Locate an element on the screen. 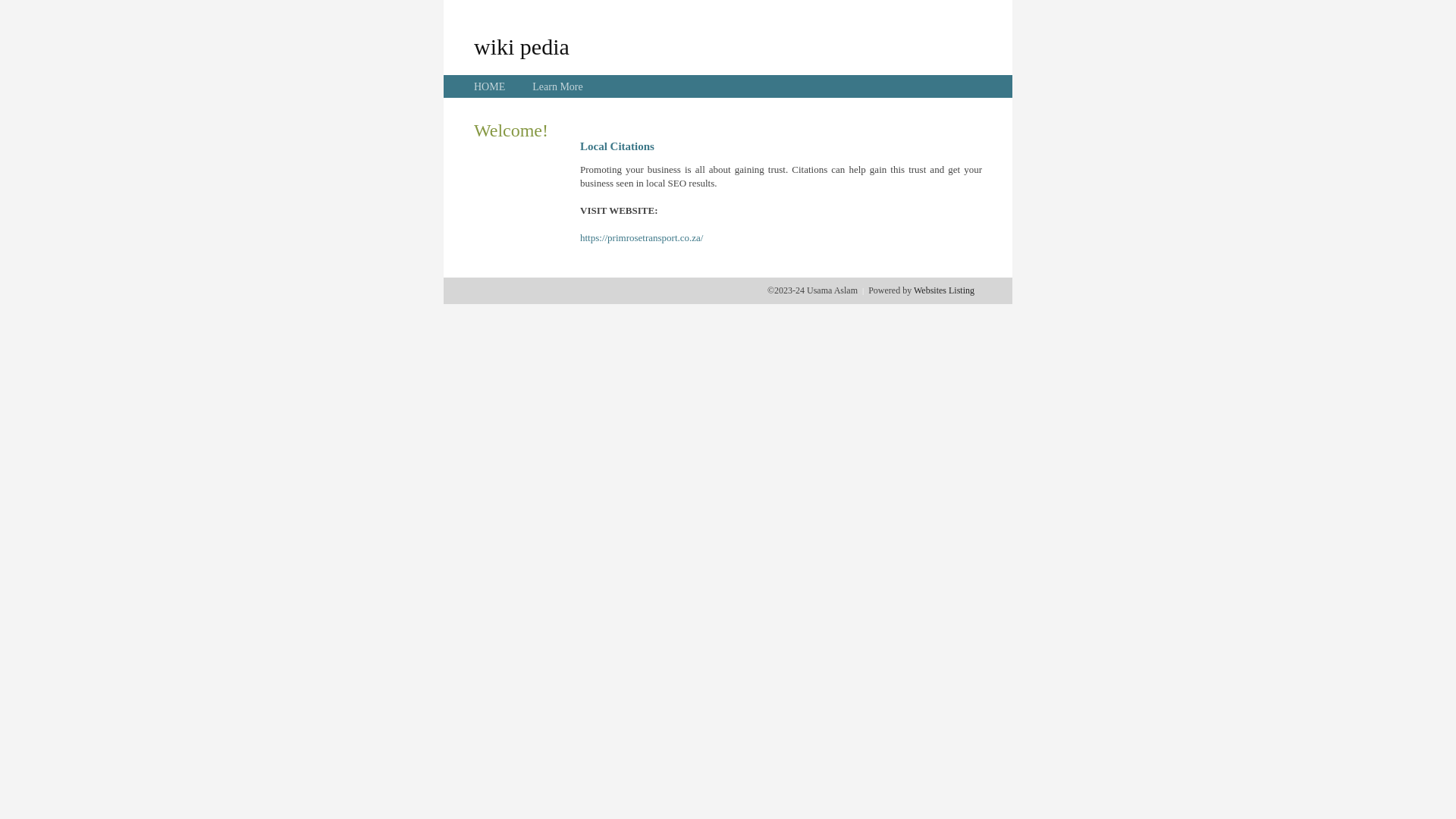 The image size is (1456, 819). 'Learn More' is located at coordinates (556, 86).